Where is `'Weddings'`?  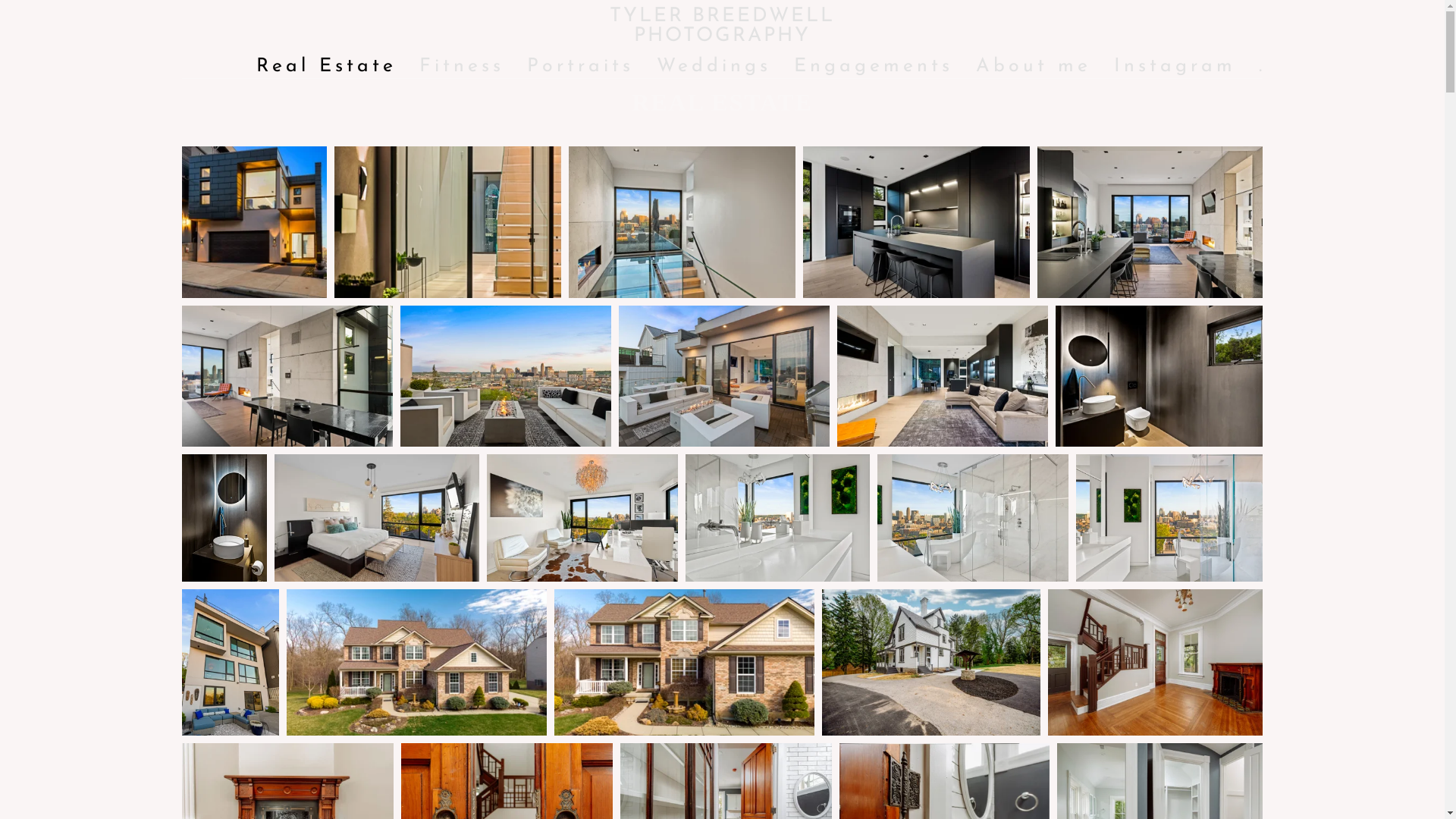 'Weddings' is located at coordinates (712, 65).